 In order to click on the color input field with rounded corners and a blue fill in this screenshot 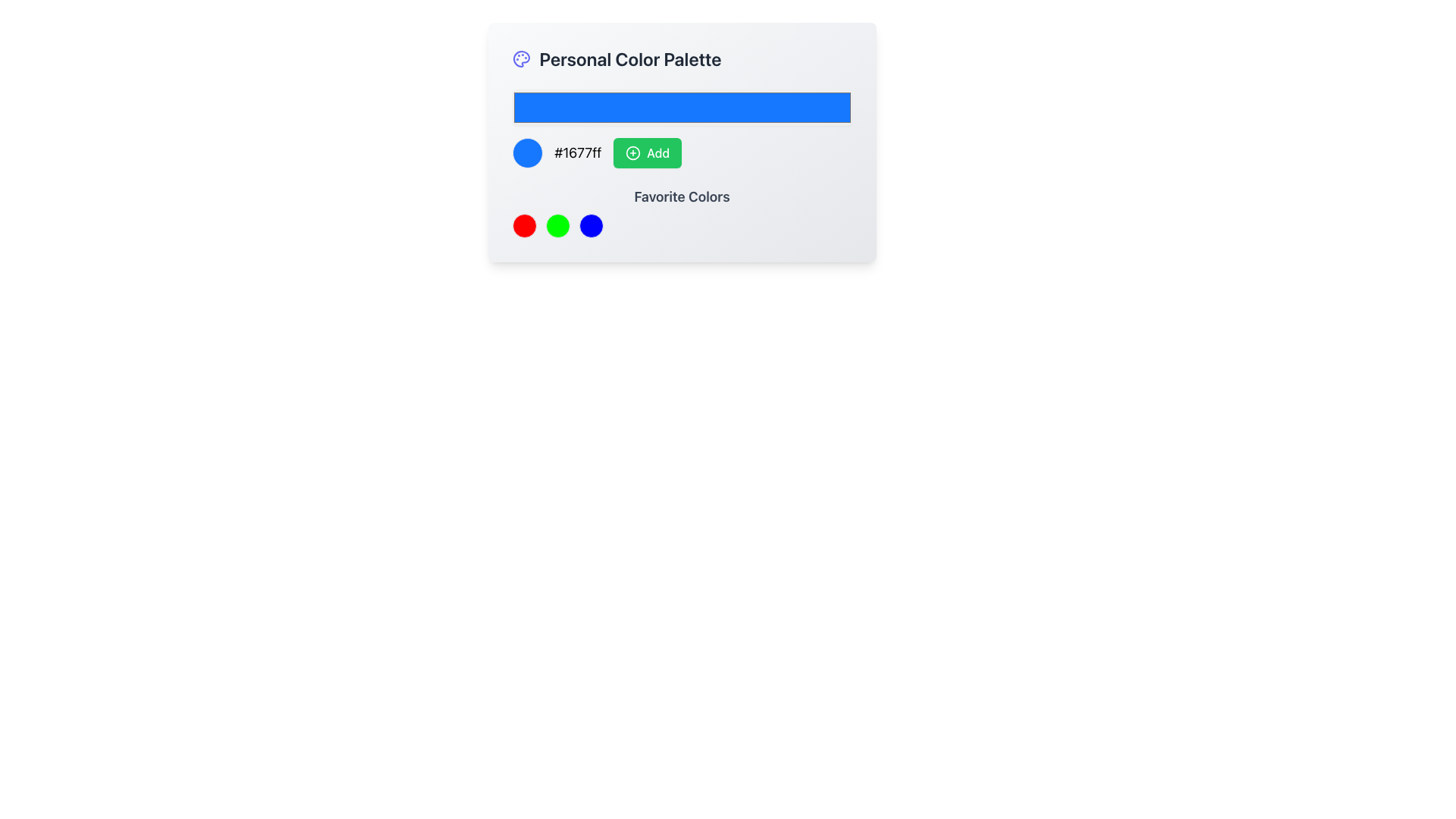, I will do `click(681, 107)`.